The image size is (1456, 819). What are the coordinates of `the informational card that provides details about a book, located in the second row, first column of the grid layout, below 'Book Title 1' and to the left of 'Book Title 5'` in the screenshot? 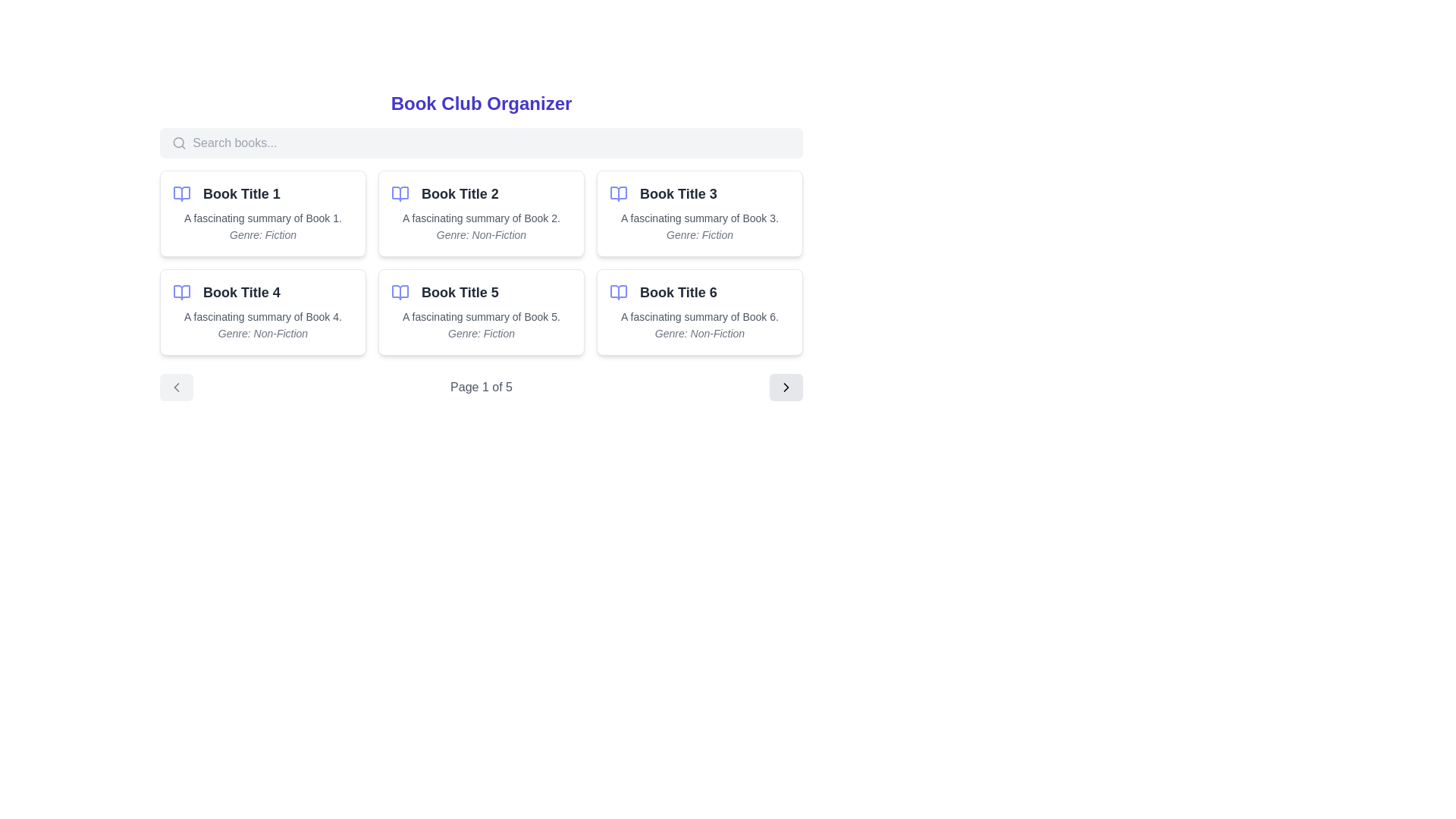 It's located at (262, 312).